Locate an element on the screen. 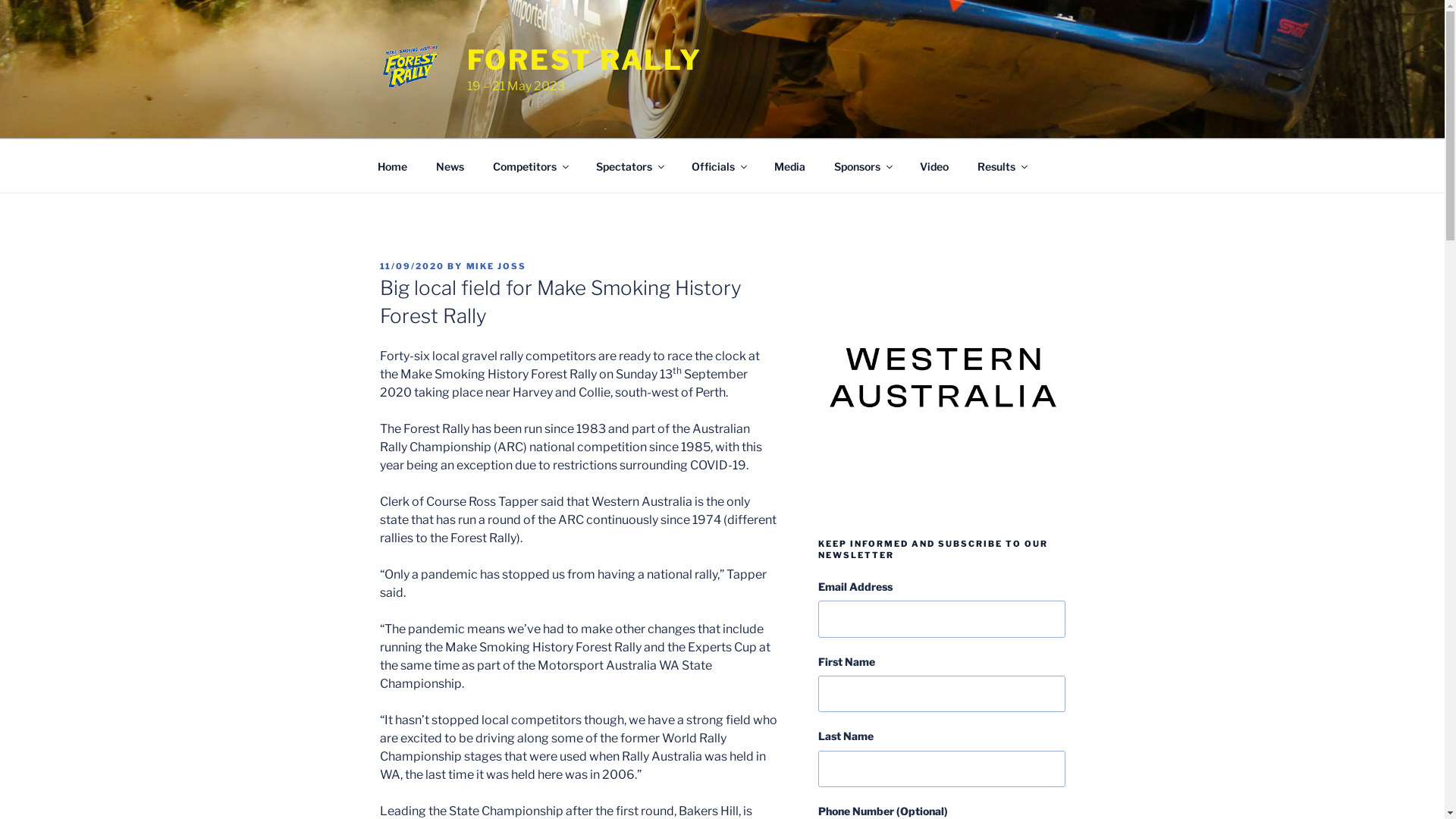  'Home' is located at coordinates (392, 165).